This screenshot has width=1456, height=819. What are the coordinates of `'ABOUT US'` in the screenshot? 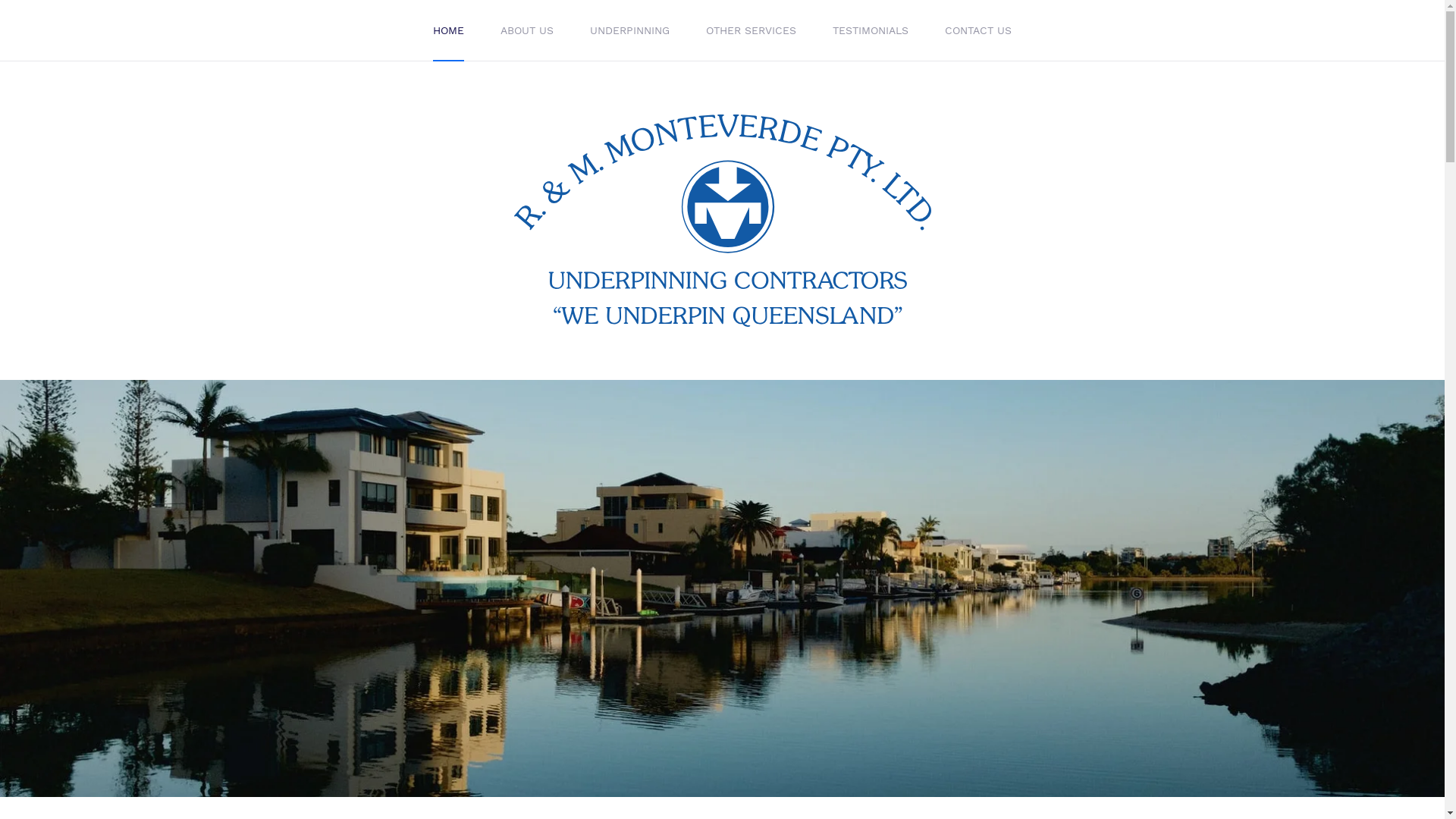 It's located at (527, 30).